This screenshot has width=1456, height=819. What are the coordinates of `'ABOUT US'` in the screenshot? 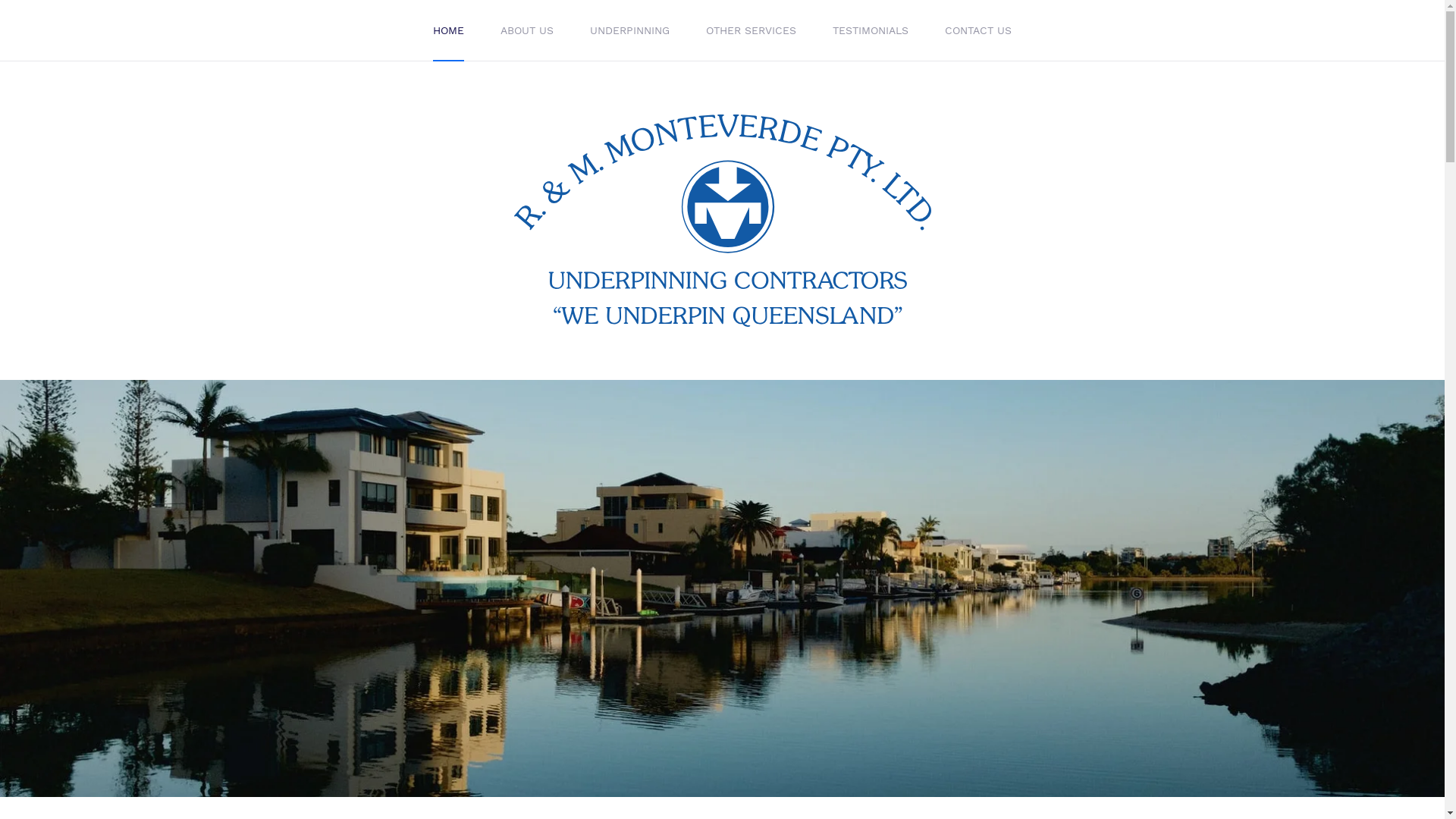 It's located at (527, 30).